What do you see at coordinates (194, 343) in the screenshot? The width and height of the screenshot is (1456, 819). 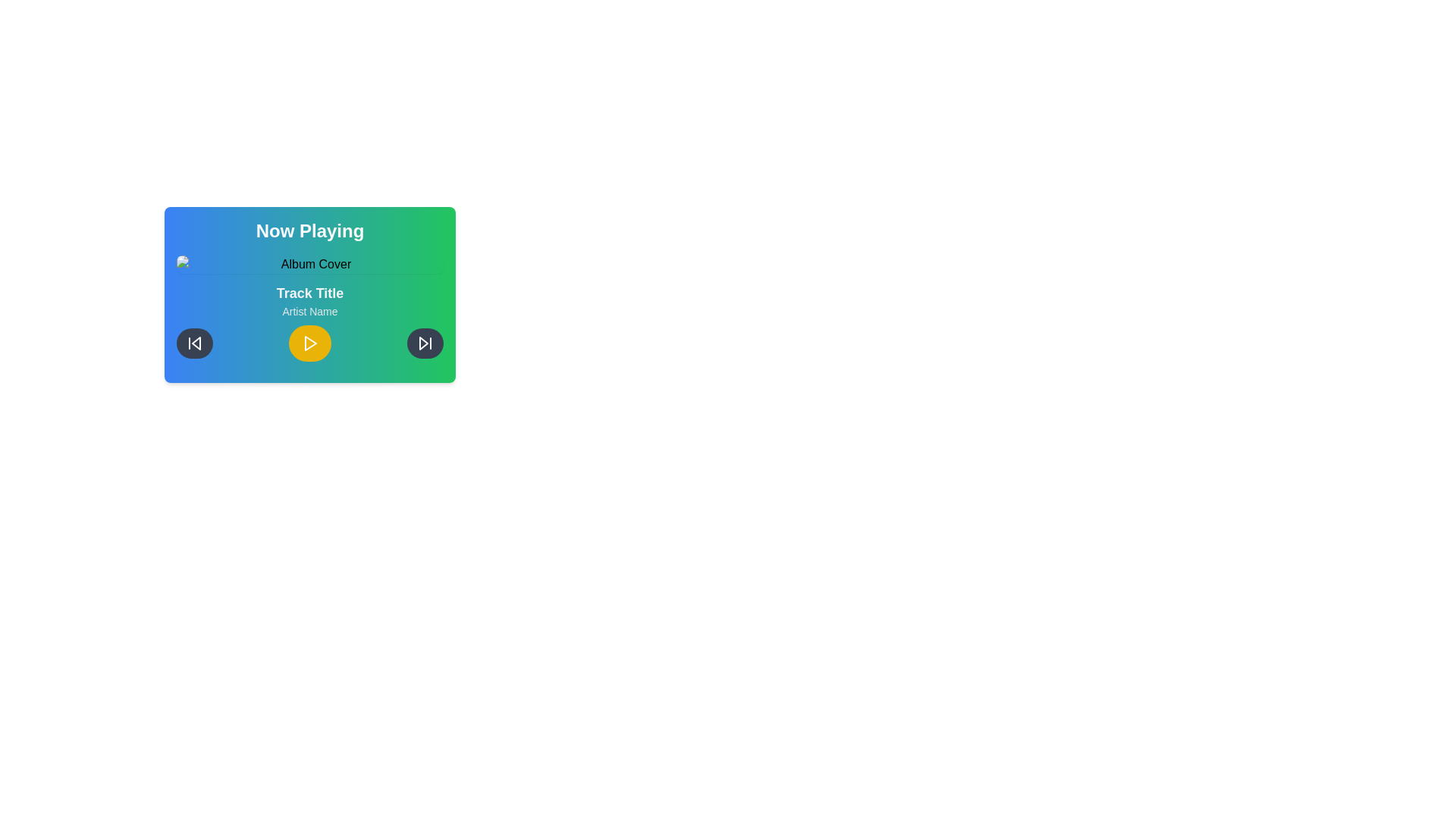 I see `the rewind button located on the bottom-left side of the music player interface` at bounding box center [194, 343].